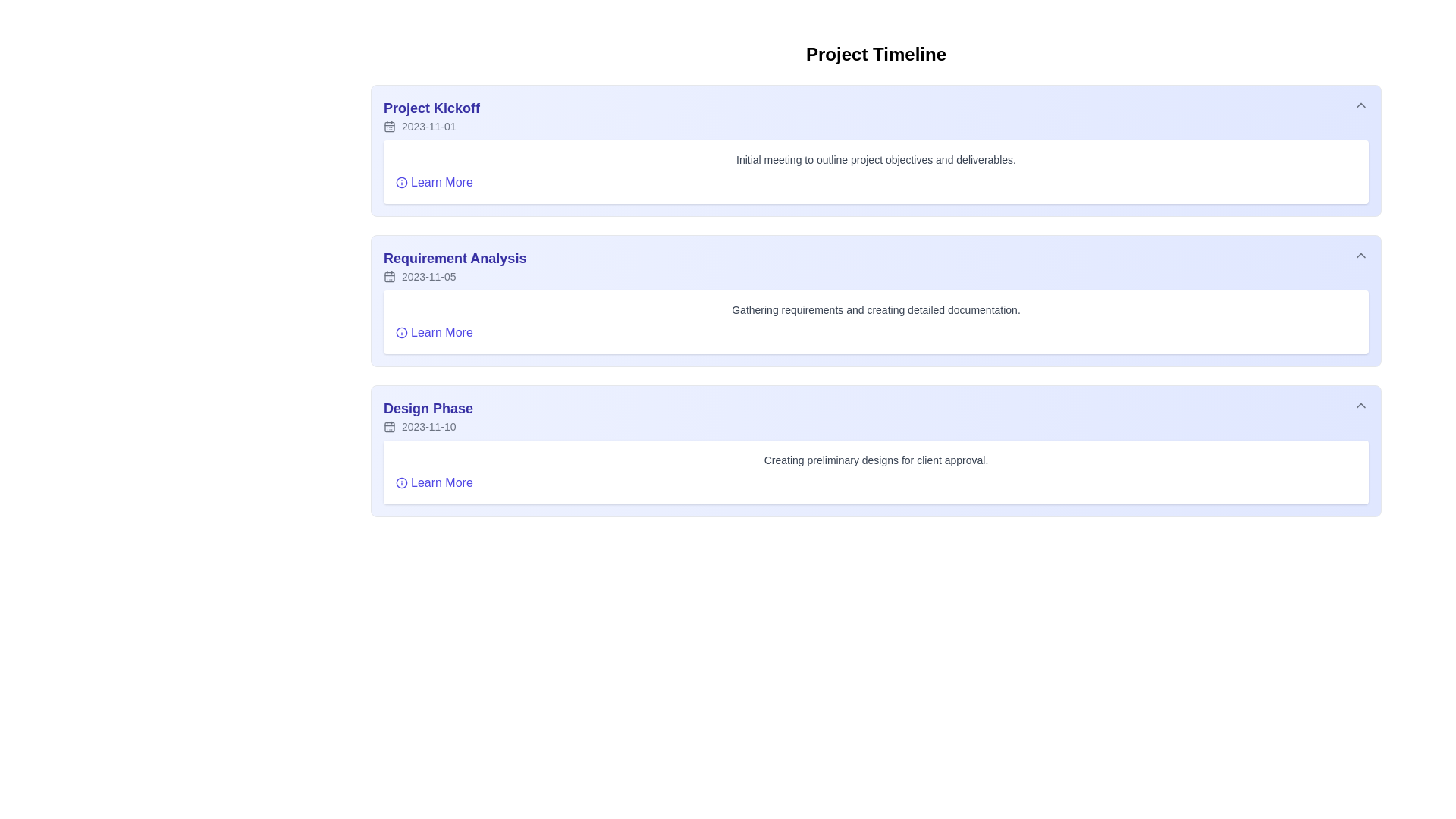 Image resolution: width=1456 pixels, height=819 pixels. I want to click on the header text element that serves as a title or heading, positioned at the top of the page, so click(876, 54).